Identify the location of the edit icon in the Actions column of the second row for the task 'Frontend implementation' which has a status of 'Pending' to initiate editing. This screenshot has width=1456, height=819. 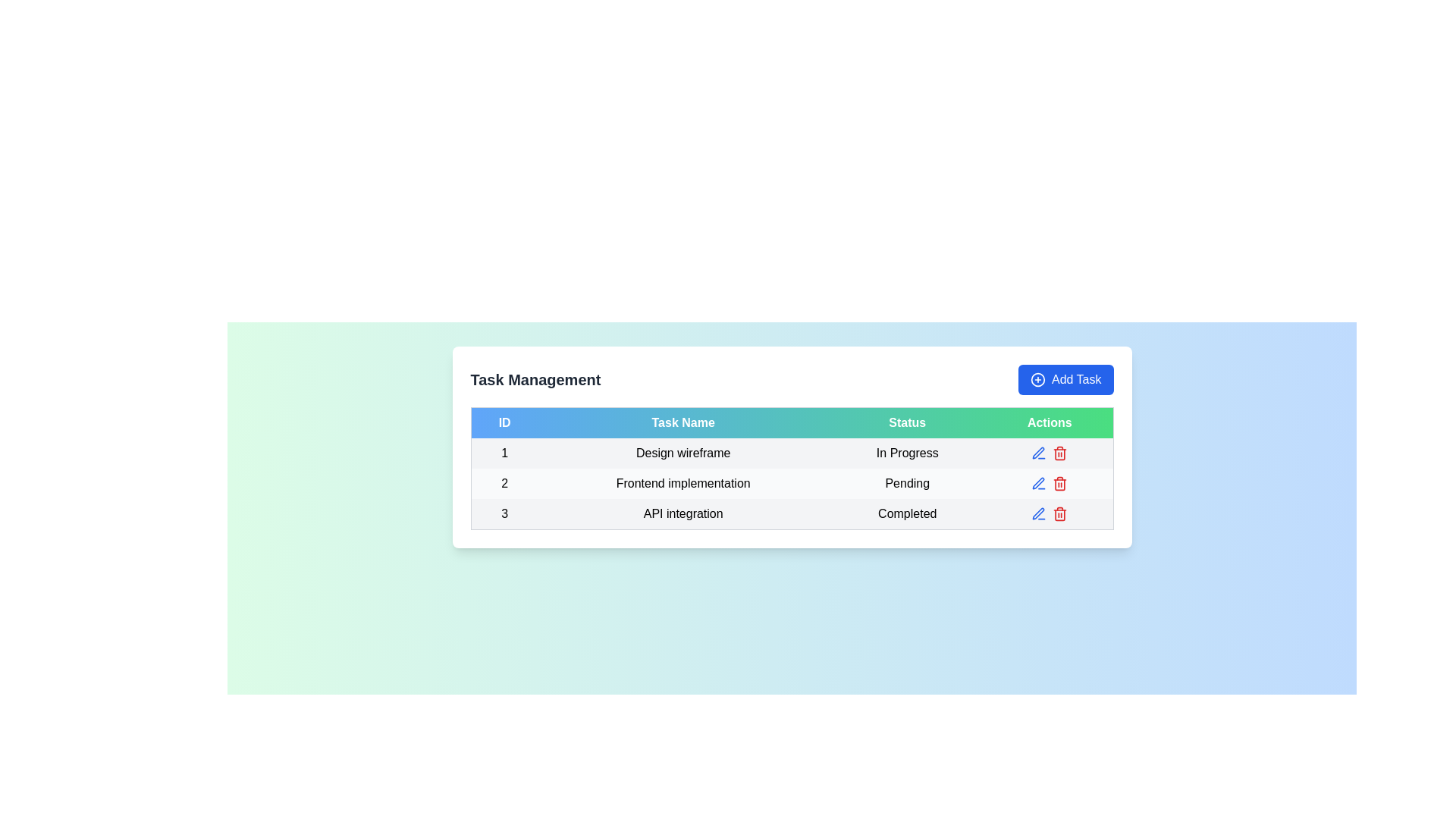
(1037, 482).